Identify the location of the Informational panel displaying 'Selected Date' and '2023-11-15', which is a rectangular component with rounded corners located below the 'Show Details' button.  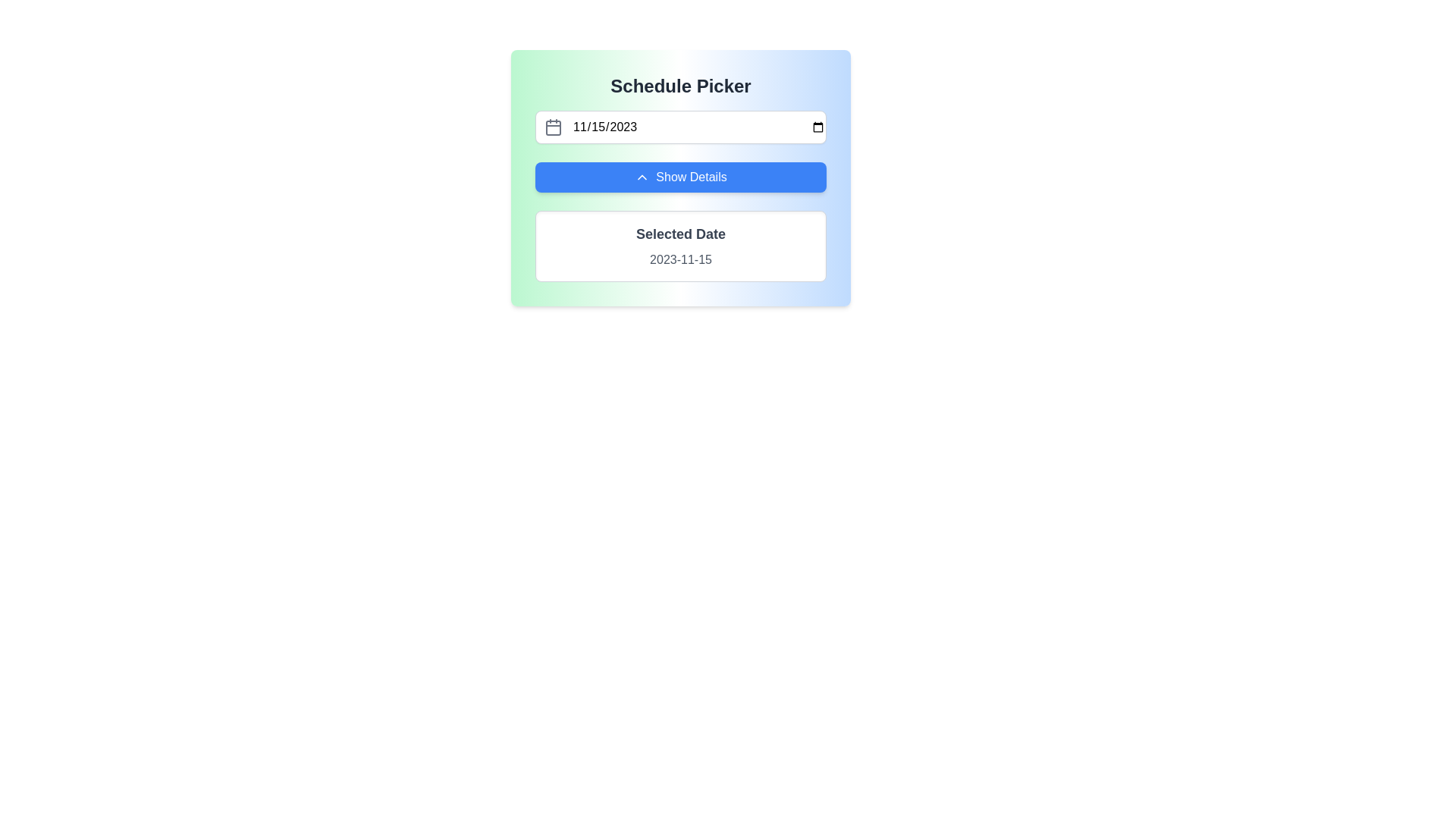
(679, 245).